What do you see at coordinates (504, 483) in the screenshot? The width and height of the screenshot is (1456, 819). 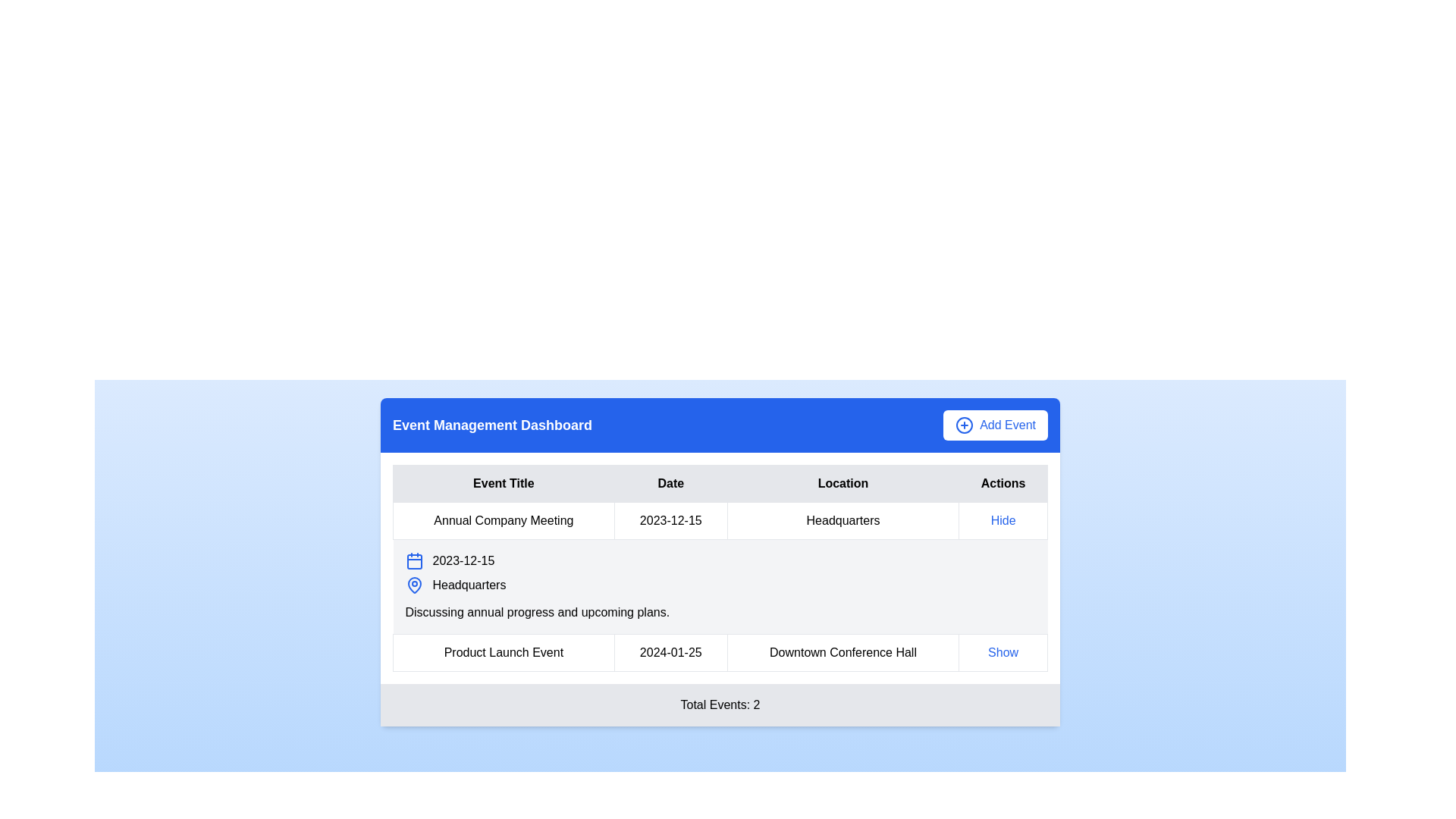 I see `text content of the 'Event Title' header label, which is the left-most header in a row of four headers in the table layout` at bounding box center [504, 483].